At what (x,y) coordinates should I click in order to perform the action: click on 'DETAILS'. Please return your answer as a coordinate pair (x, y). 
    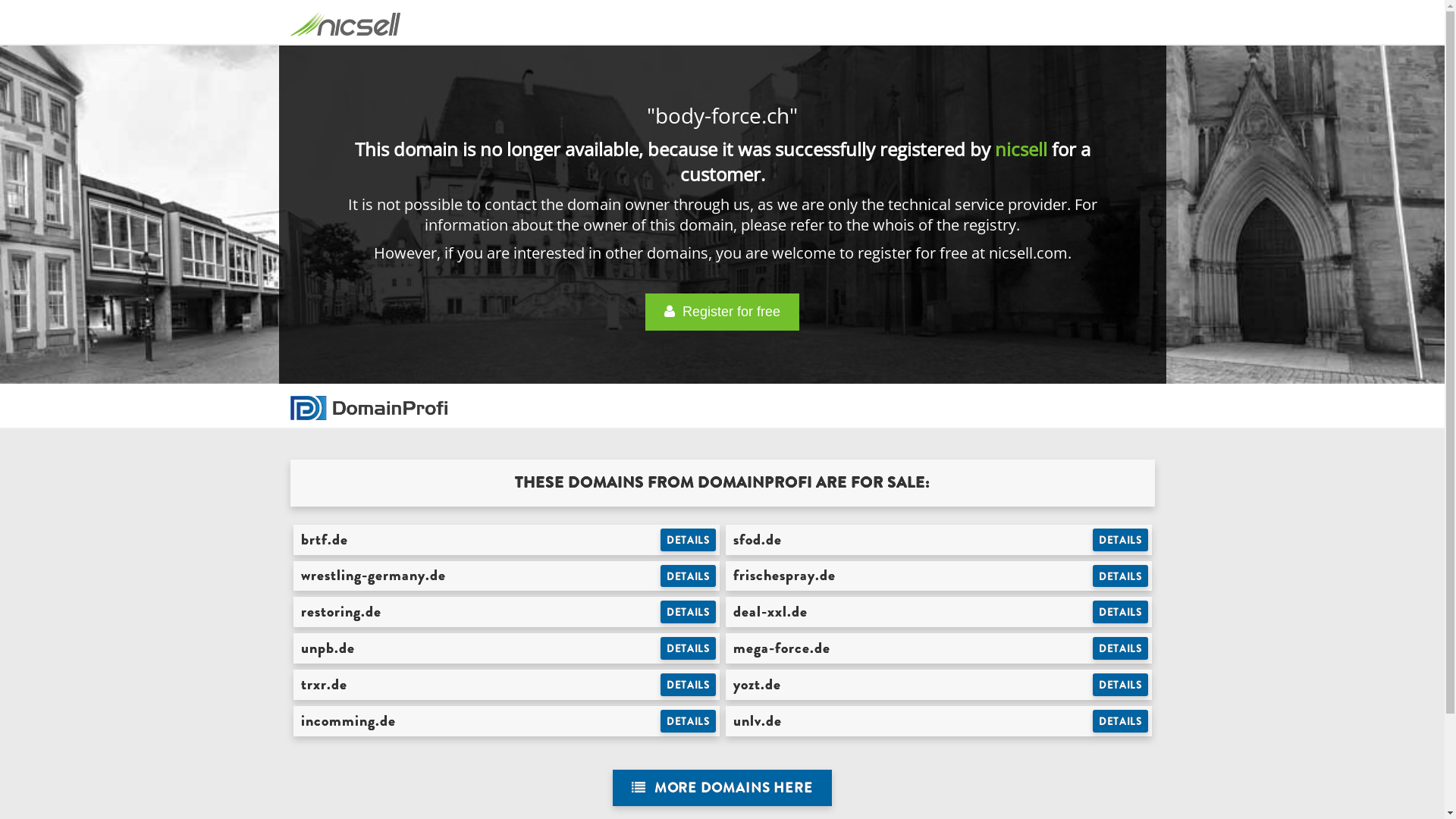
    Looking at the image, I should click on (1092, 720).